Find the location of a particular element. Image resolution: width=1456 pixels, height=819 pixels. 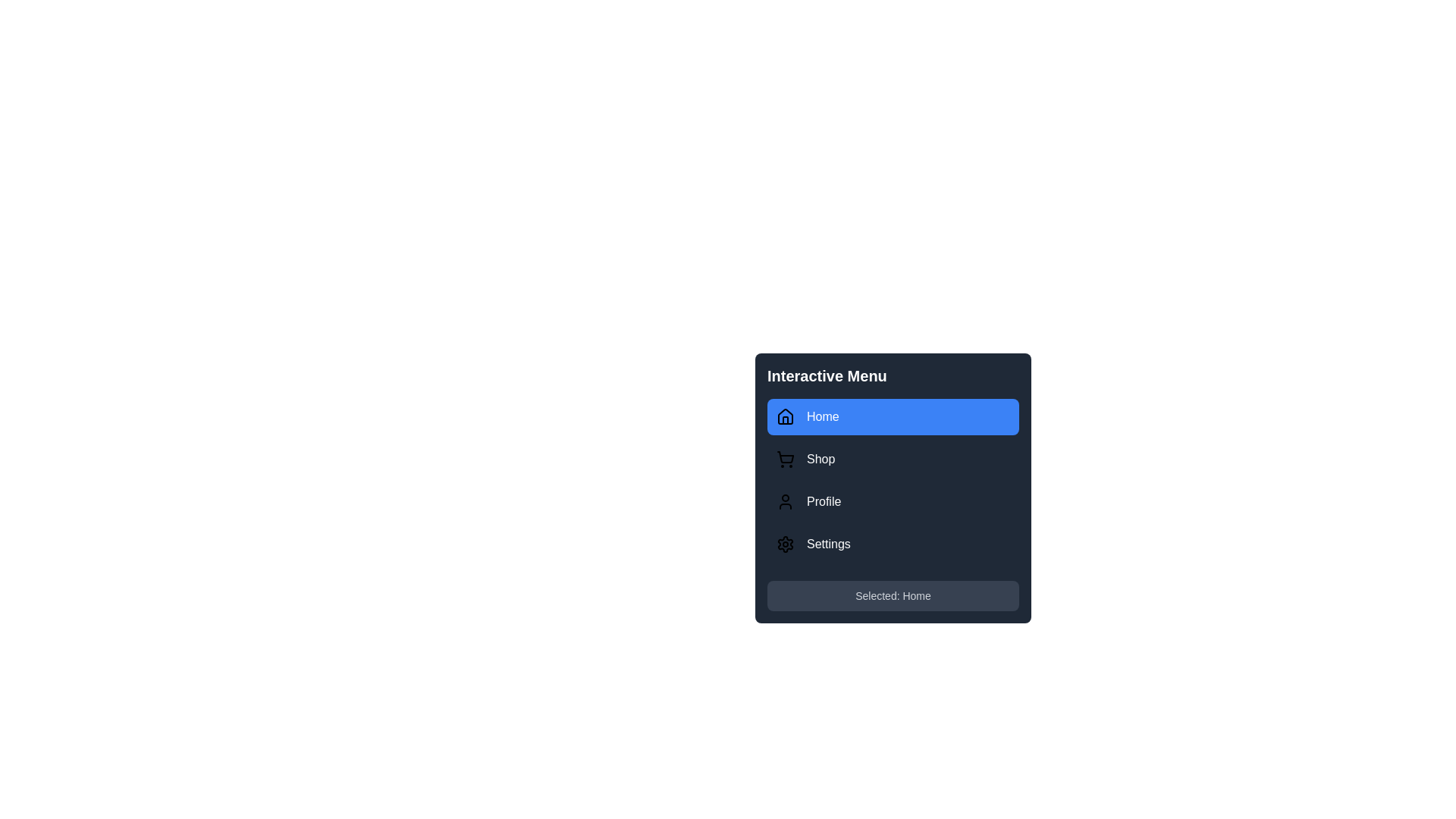

the text label displaying 'Selected: Home' located at the bottom of the menu layout, which is in a light gray font style is located at coordinates (893, 595).